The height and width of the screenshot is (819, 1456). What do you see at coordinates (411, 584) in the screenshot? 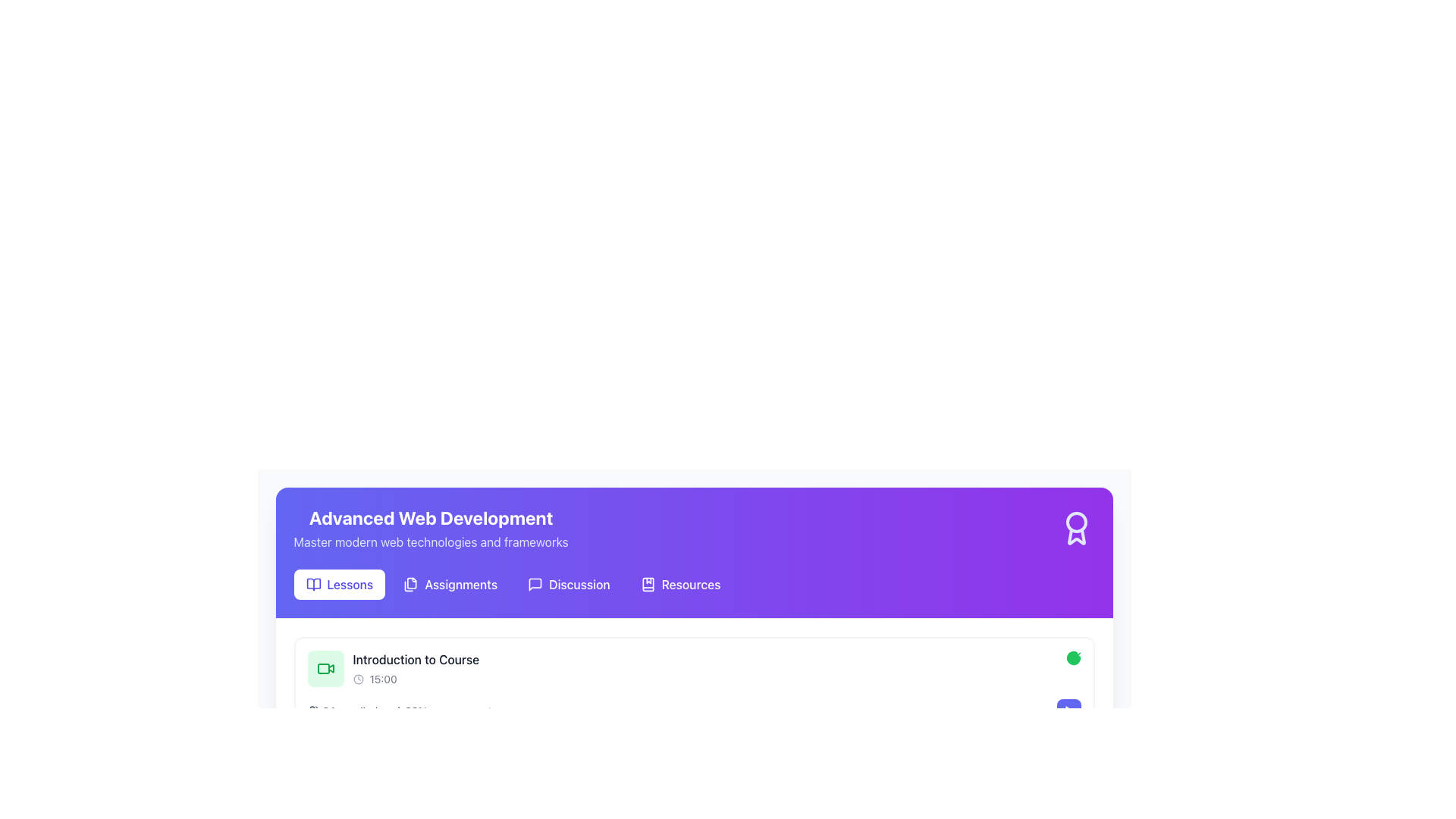
I see `the small, square-shaped icon representing two overlapping document pages, located to the left of the 'Assignments' label in the navigation bar` at bounding box center [411, 584].